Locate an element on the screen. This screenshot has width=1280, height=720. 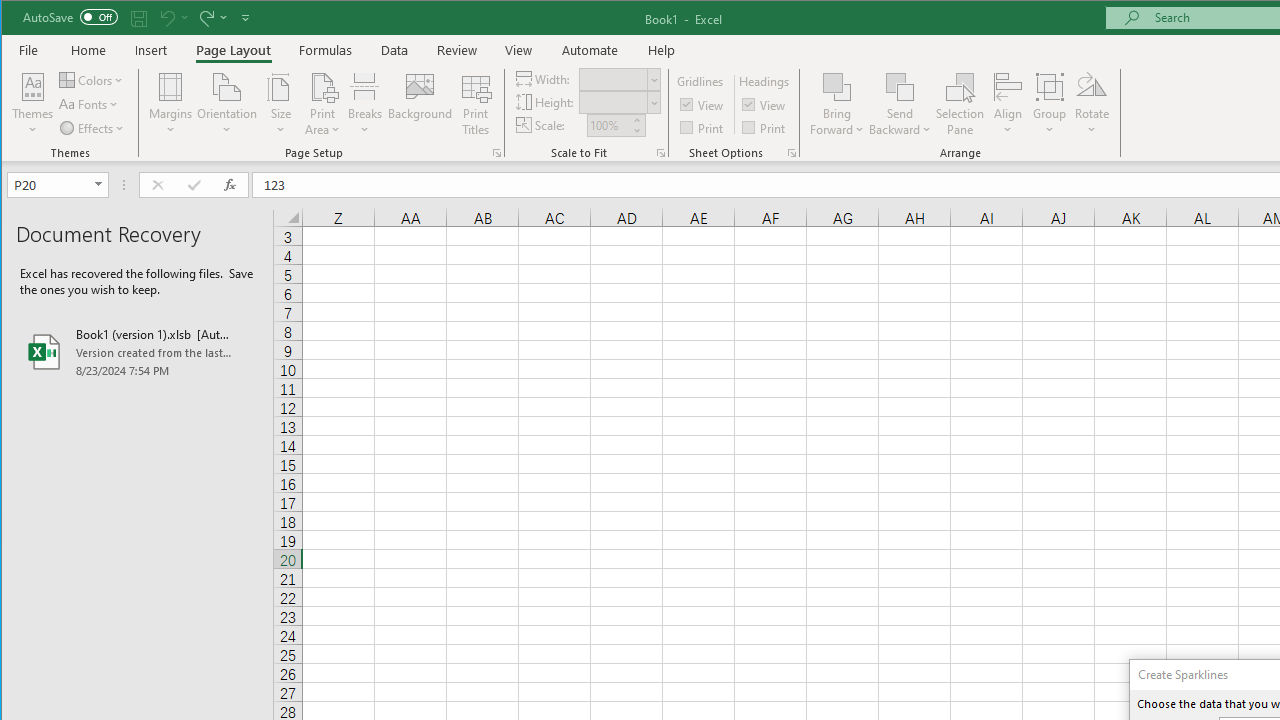
'Help' is located at coordinates (661, 49).